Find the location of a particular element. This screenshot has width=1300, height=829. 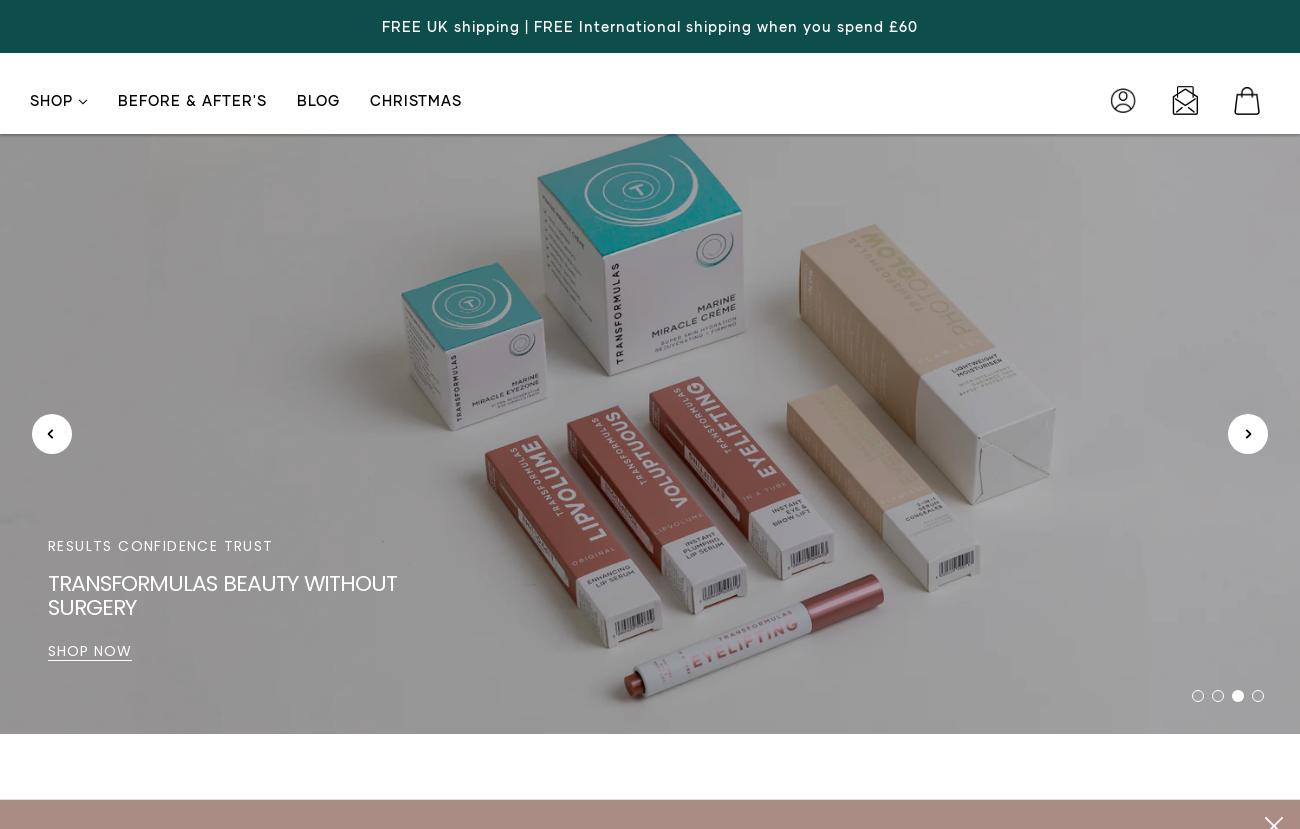

'Discover our 'Best' kept secret' is located at coordinates (216, 607).